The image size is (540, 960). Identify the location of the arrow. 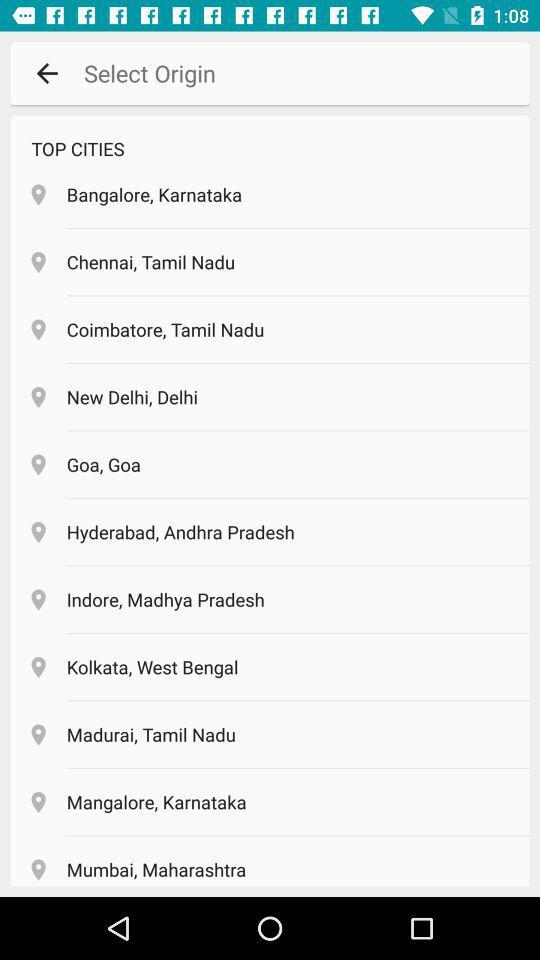
(47, 73).